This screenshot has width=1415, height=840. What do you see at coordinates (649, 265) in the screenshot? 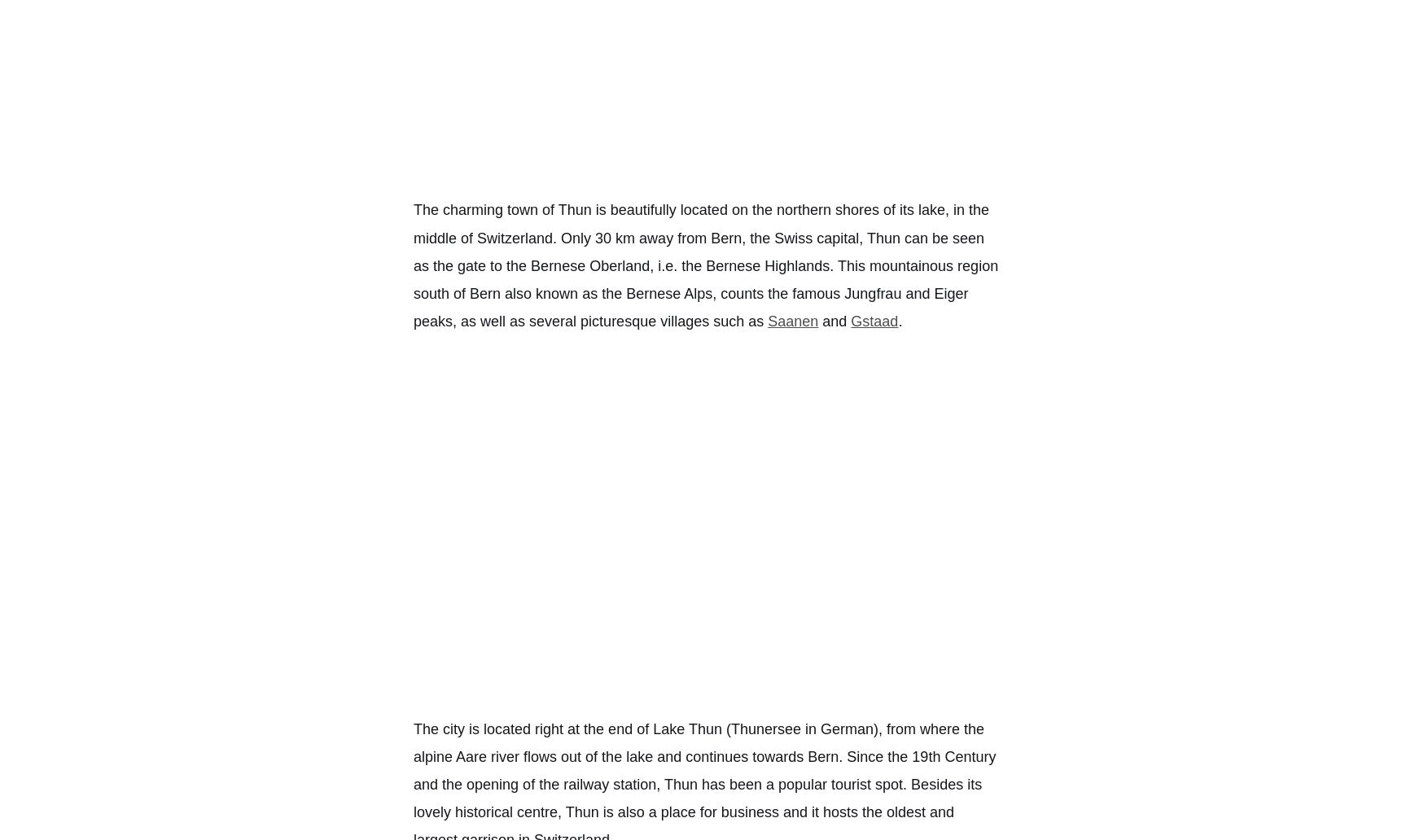
I see `', i.e. the'` at bounding box center [649, 265].